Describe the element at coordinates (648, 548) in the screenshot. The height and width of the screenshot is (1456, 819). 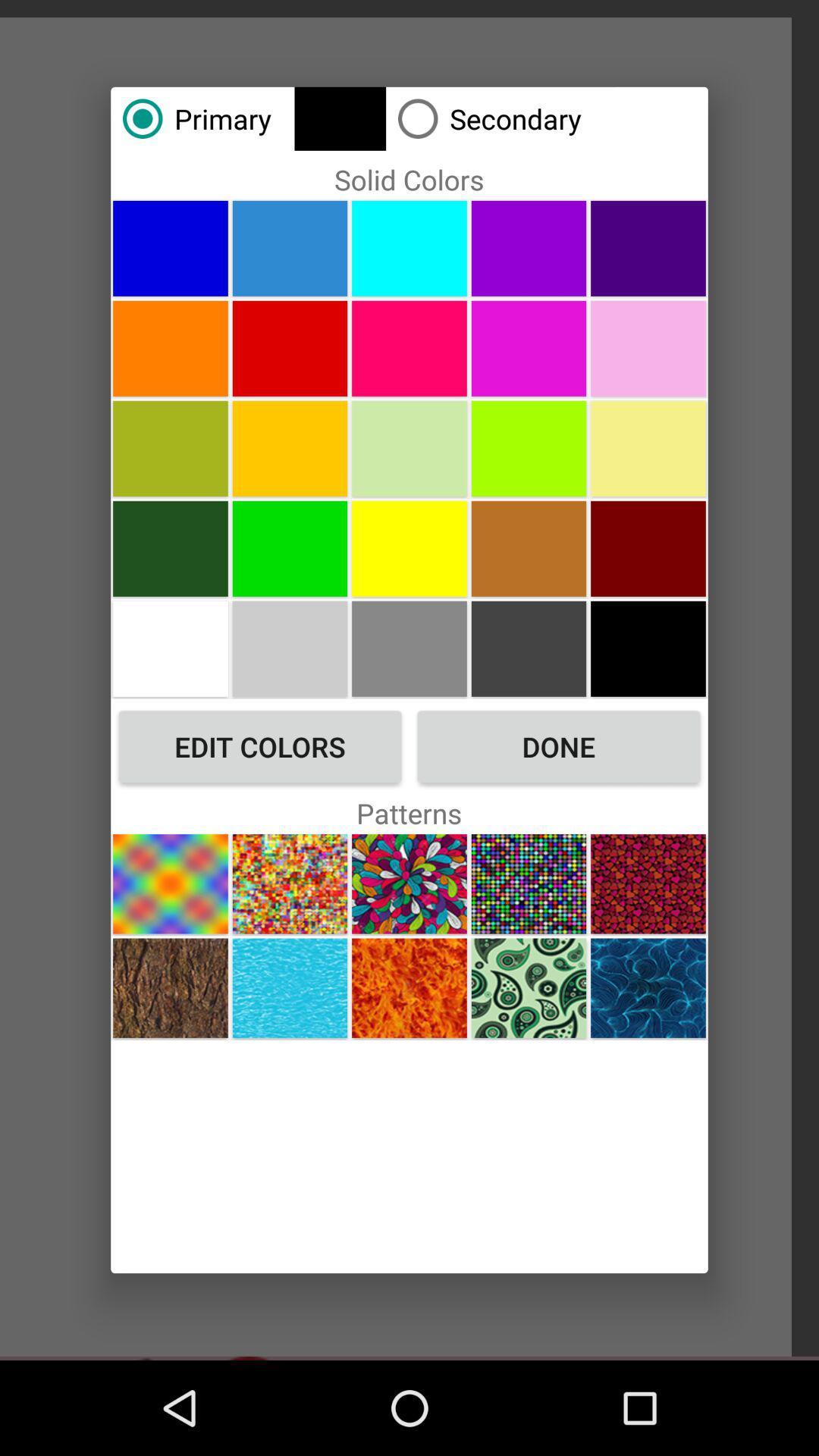
I see `red` at that location.